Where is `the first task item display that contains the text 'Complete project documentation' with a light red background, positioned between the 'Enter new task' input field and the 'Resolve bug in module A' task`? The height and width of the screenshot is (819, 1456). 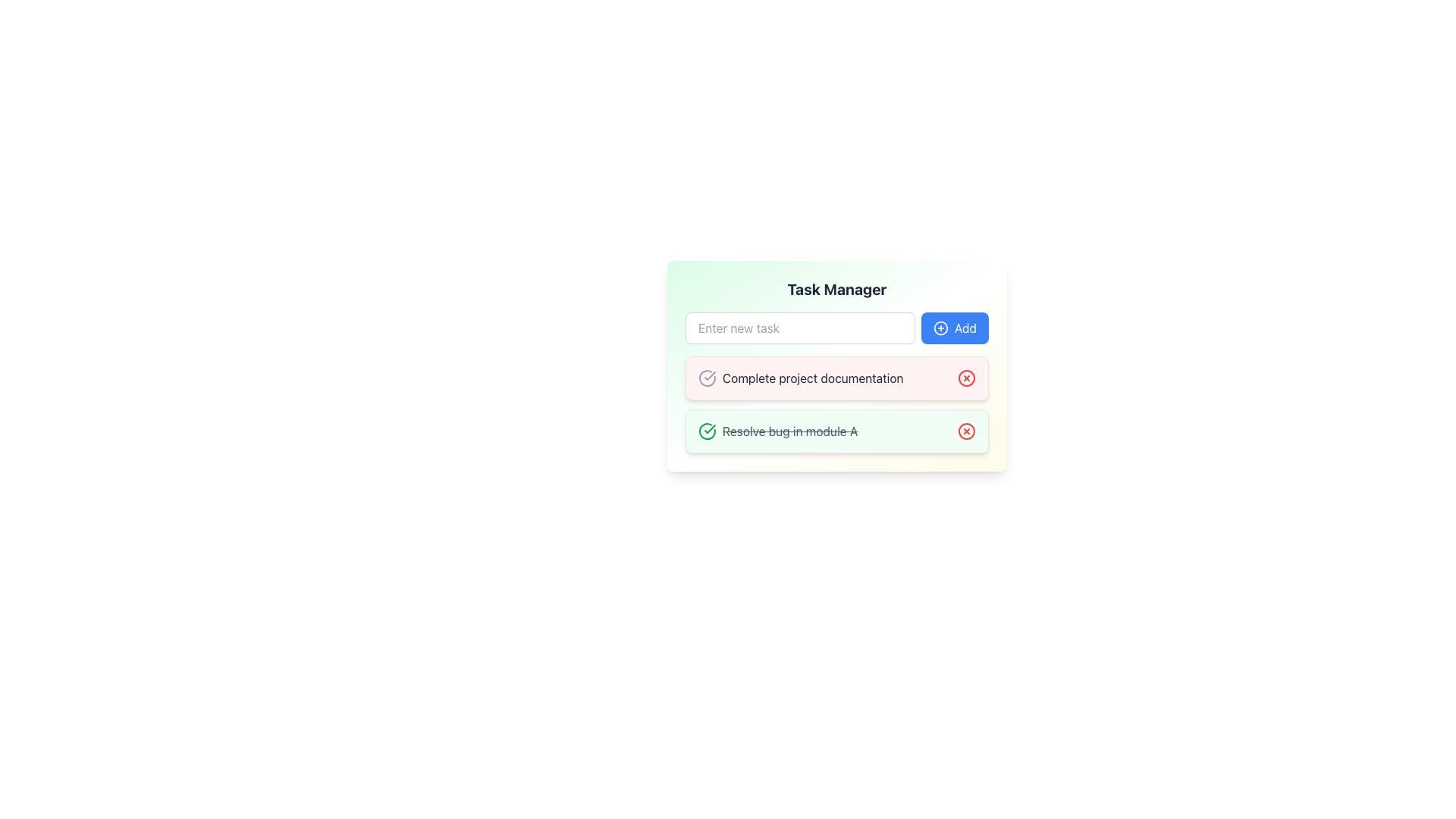
the first task item display that contains the text 'Complete project documentation' with a light red background, positioned between the 'Enter new task' input field and the 'Resolve bug in module A' task is located at coordinates (836, 382).